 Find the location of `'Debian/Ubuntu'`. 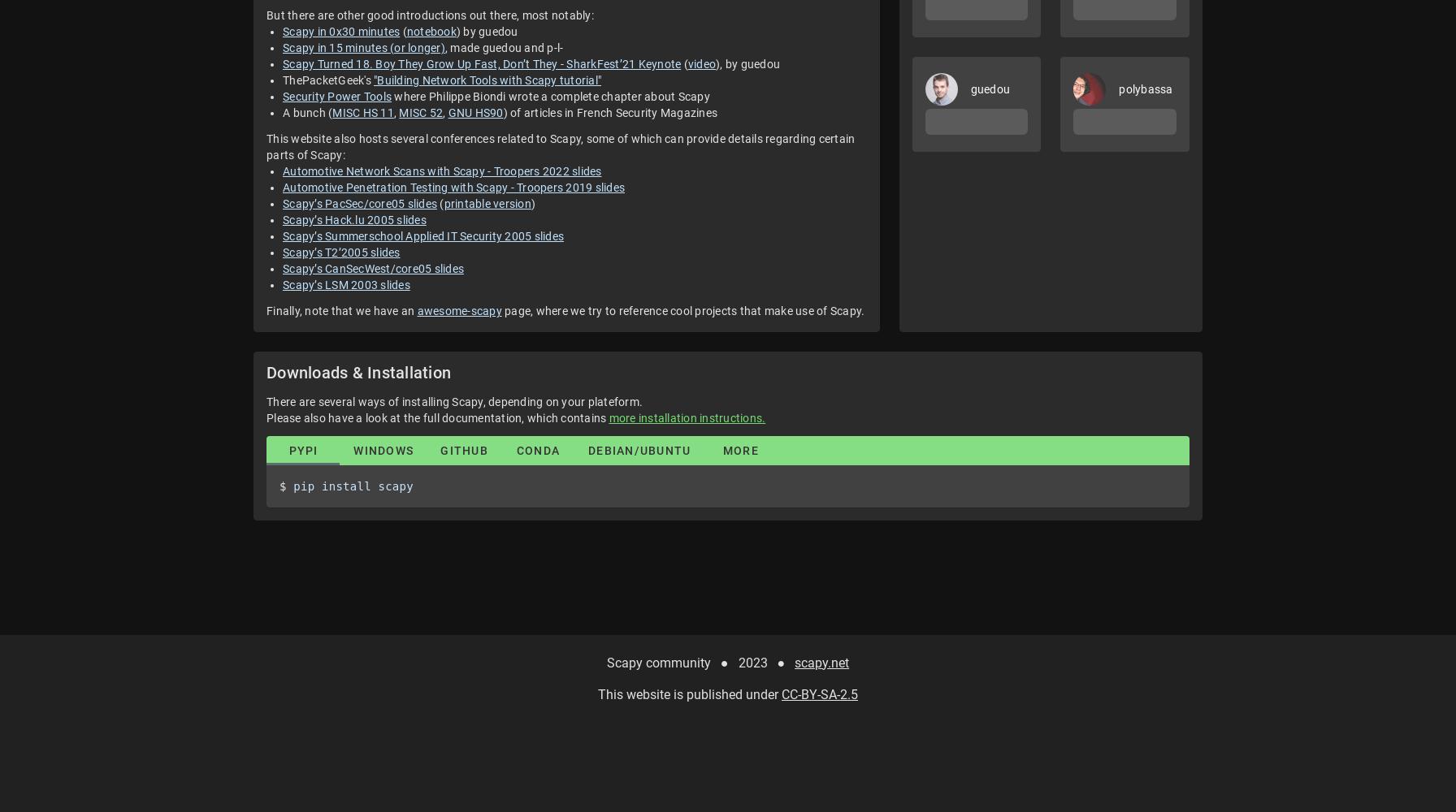

'Debian/Ubuntu' is located at coordinates (639, 451).